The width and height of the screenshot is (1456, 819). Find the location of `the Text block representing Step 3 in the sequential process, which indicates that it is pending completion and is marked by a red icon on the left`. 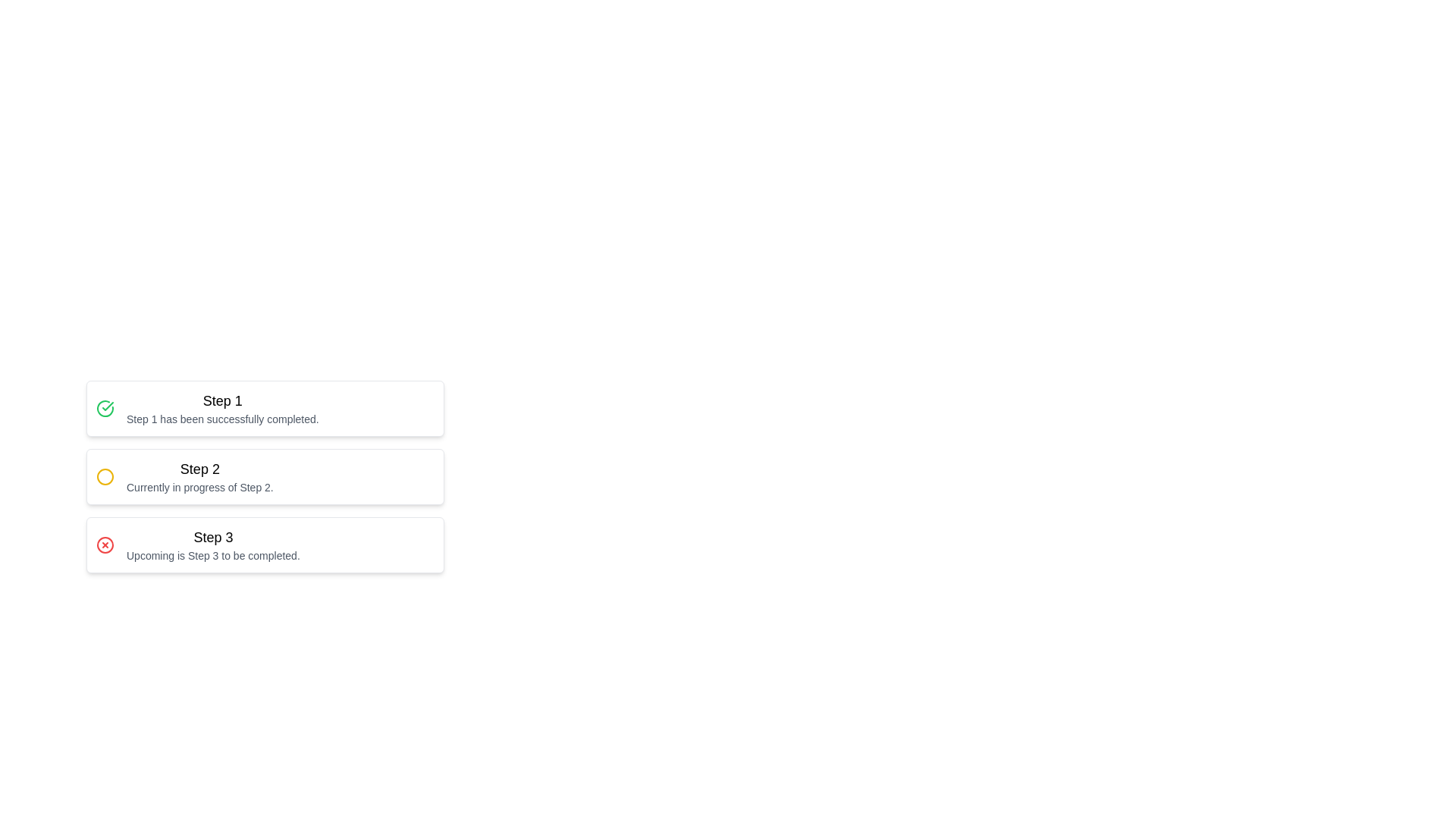

the Text block representing Step 3 in the sequential process, which indicates that it is pending completion and is marked by a red icon on the left is located at coordinates (212, 544).